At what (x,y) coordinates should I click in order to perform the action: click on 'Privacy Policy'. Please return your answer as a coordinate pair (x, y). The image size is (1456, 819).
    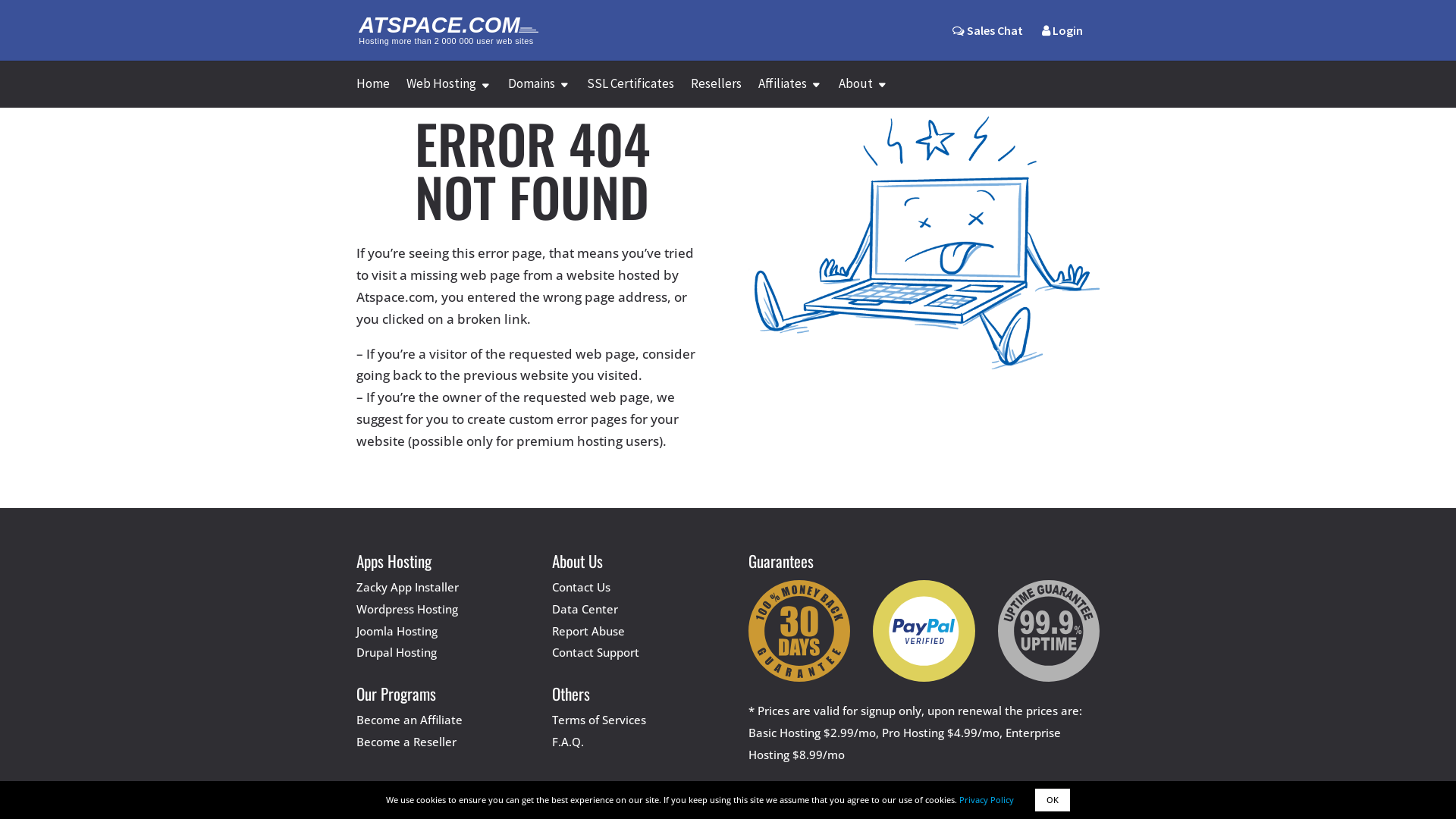
    Looking at the image, I should click on (959, 799).